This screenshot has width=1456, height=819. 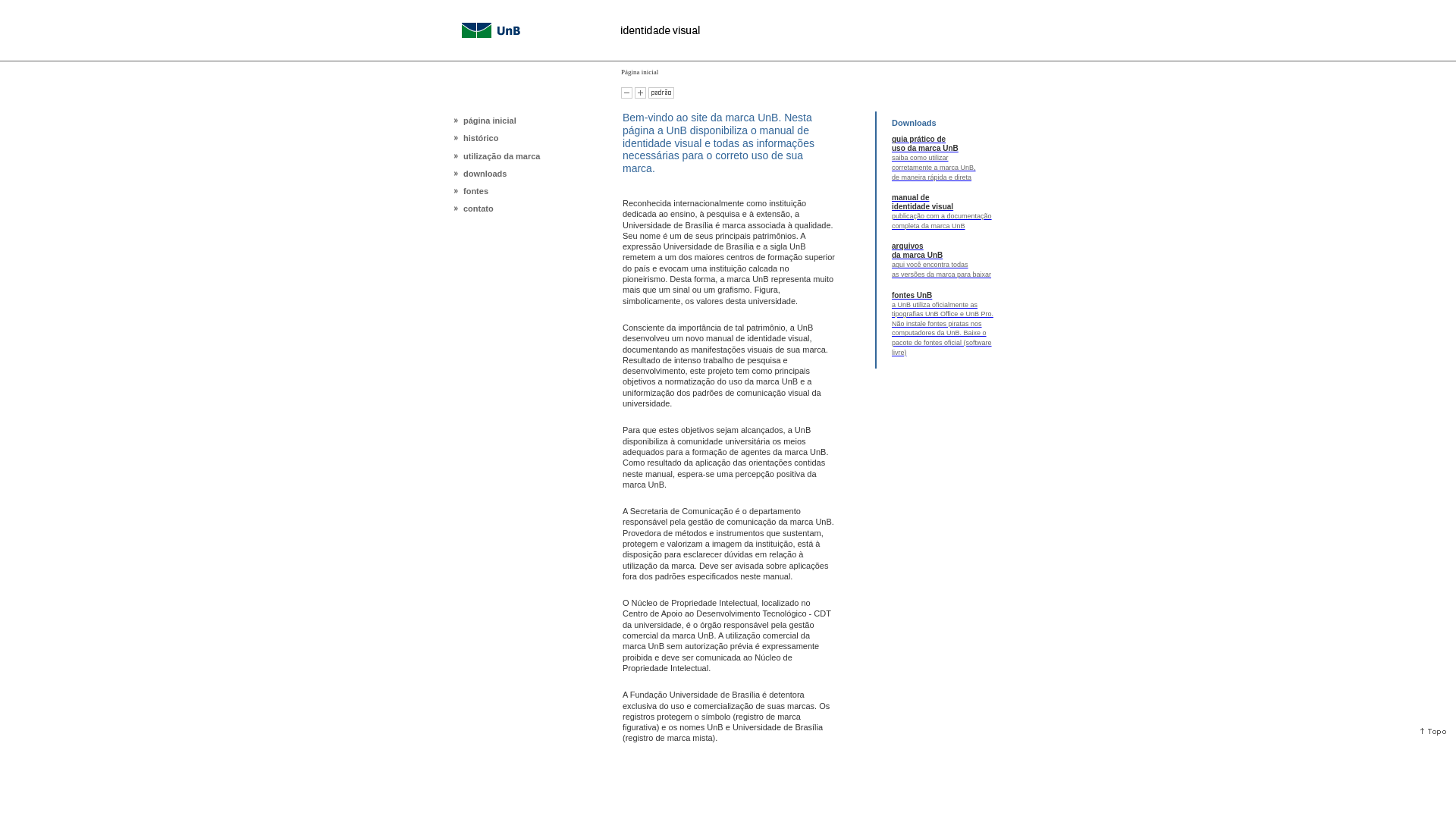 I want to click on 'Aumentar o tamanho da letra', so click(x=640, y=93).